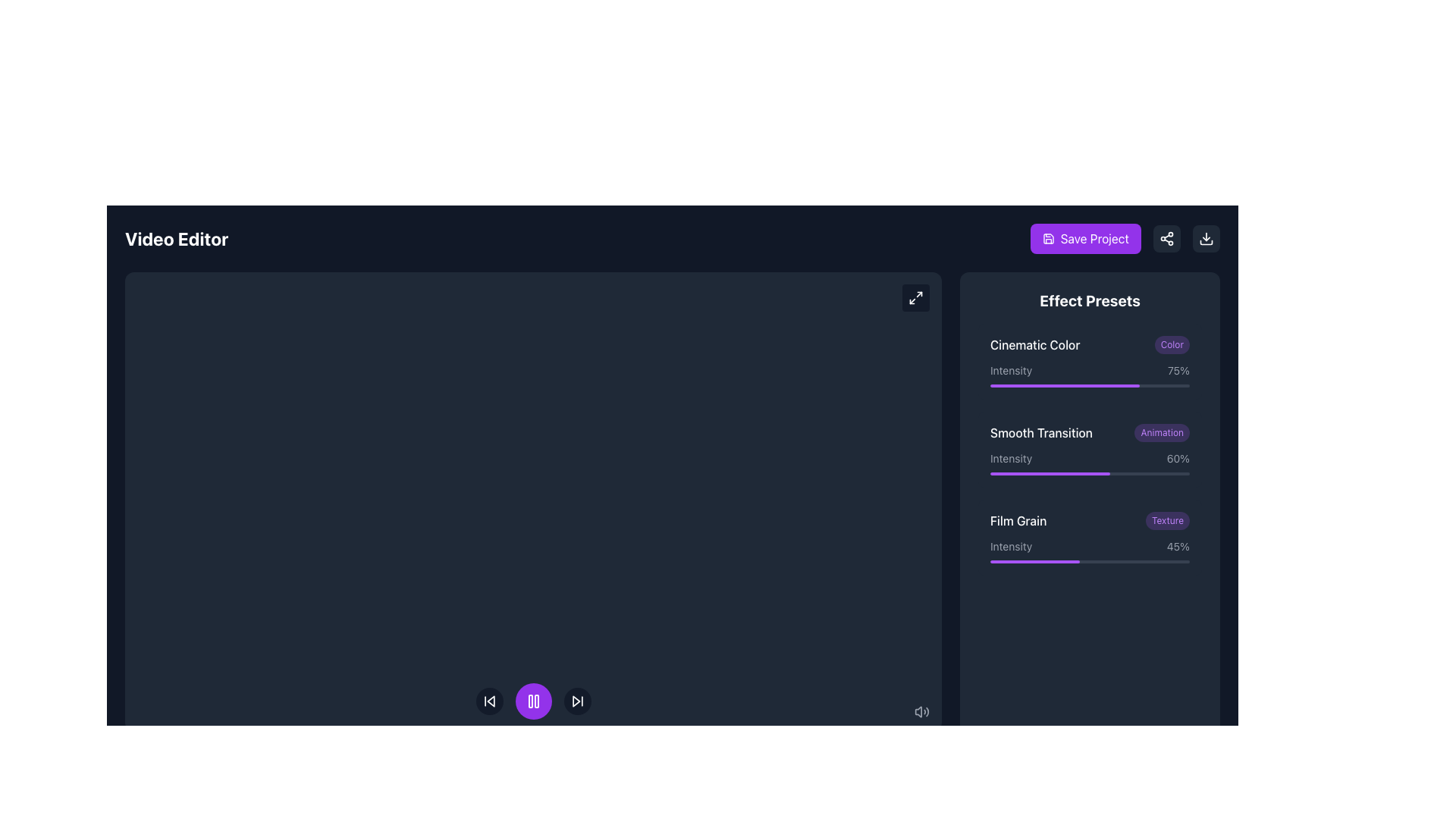 The height and width of the screenshot is (819, 1456). Describe the element at coordinates (1018, 385) in the screenshot. I see `Cinematic Color Intensity` at that location.